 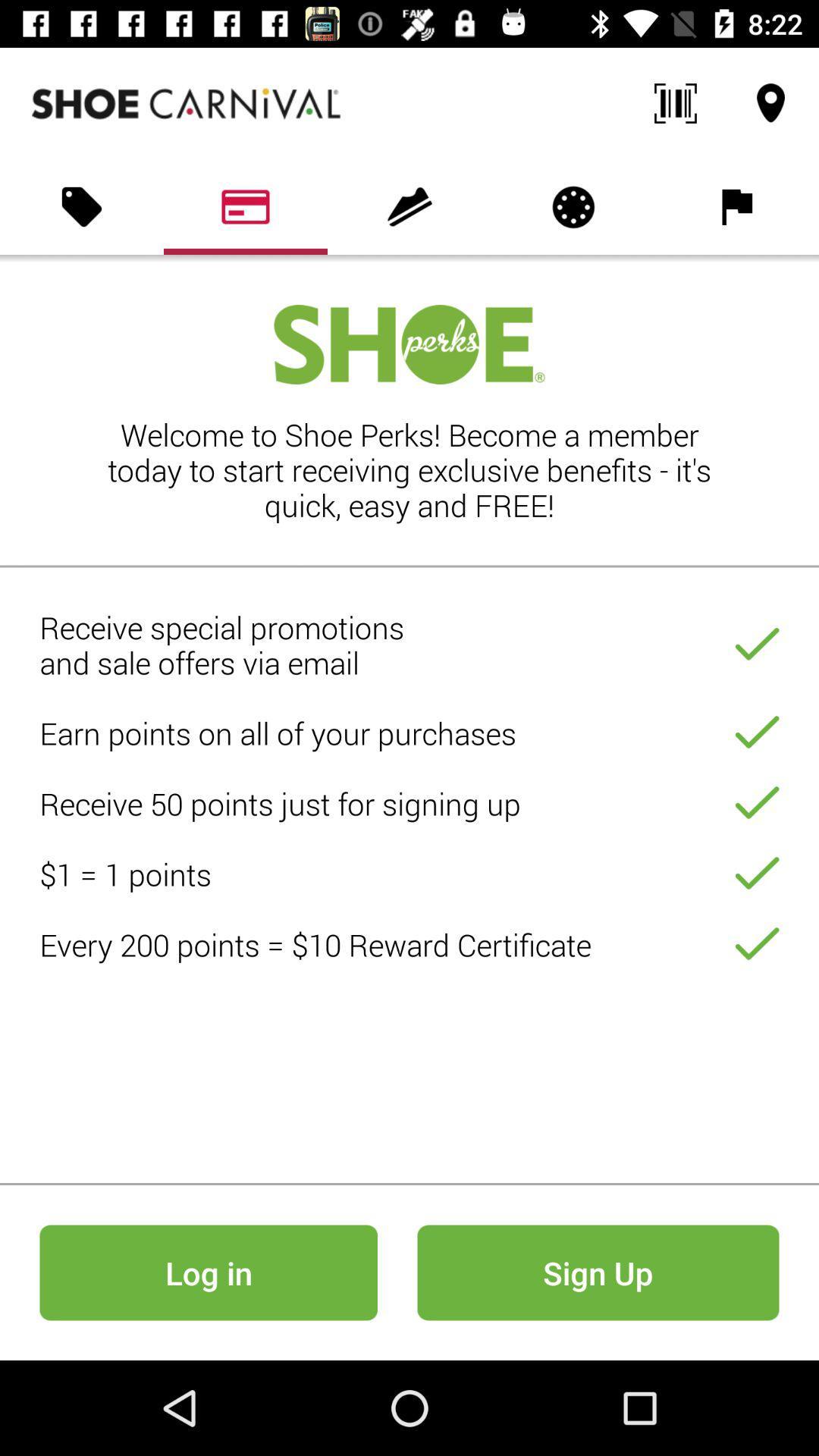 I want to click on the icon next to log in, so click(x=598, y=1272).